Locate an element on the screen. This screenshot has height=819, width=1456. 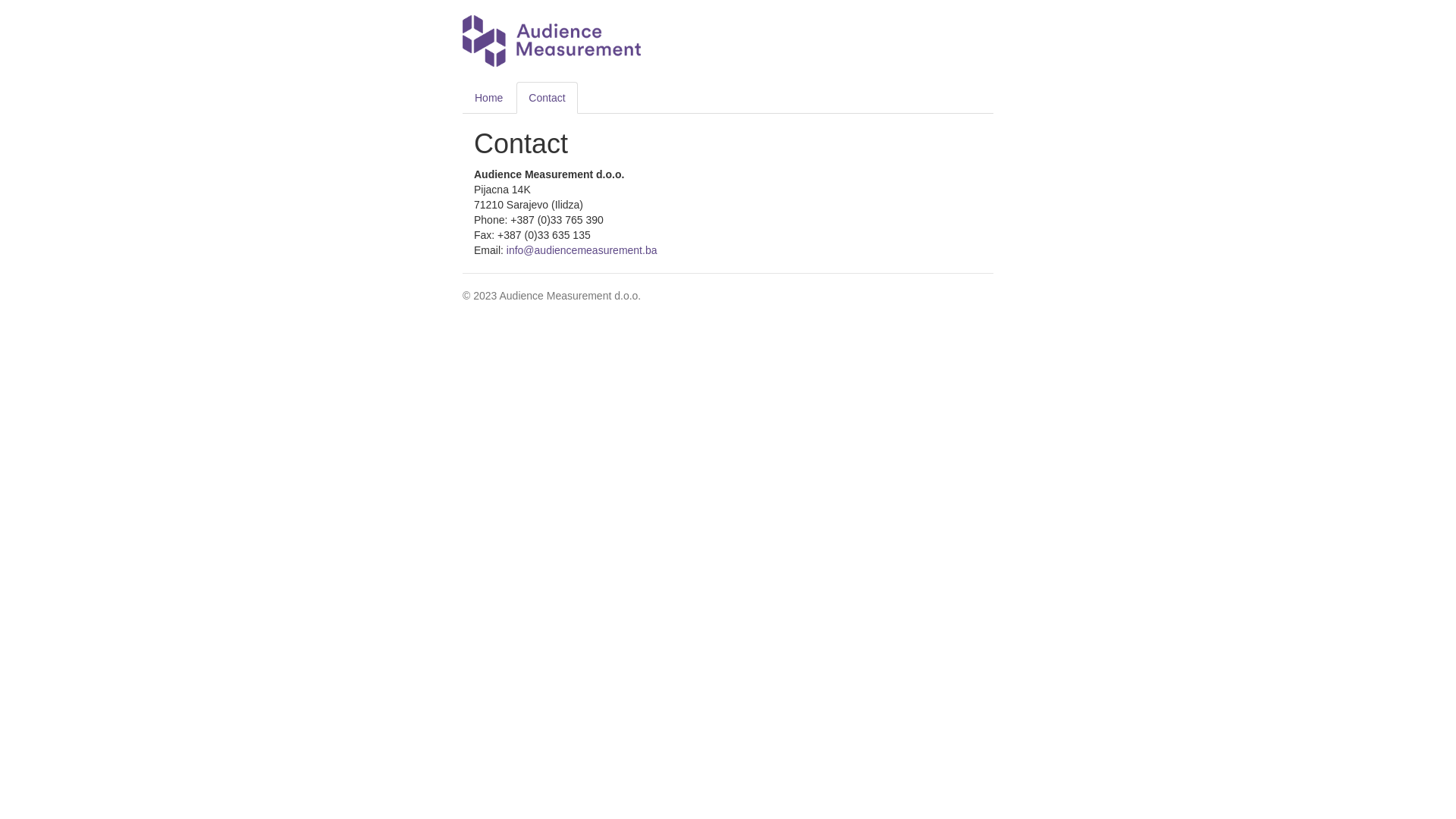
'Contact' is located at coordinates (546, 97).